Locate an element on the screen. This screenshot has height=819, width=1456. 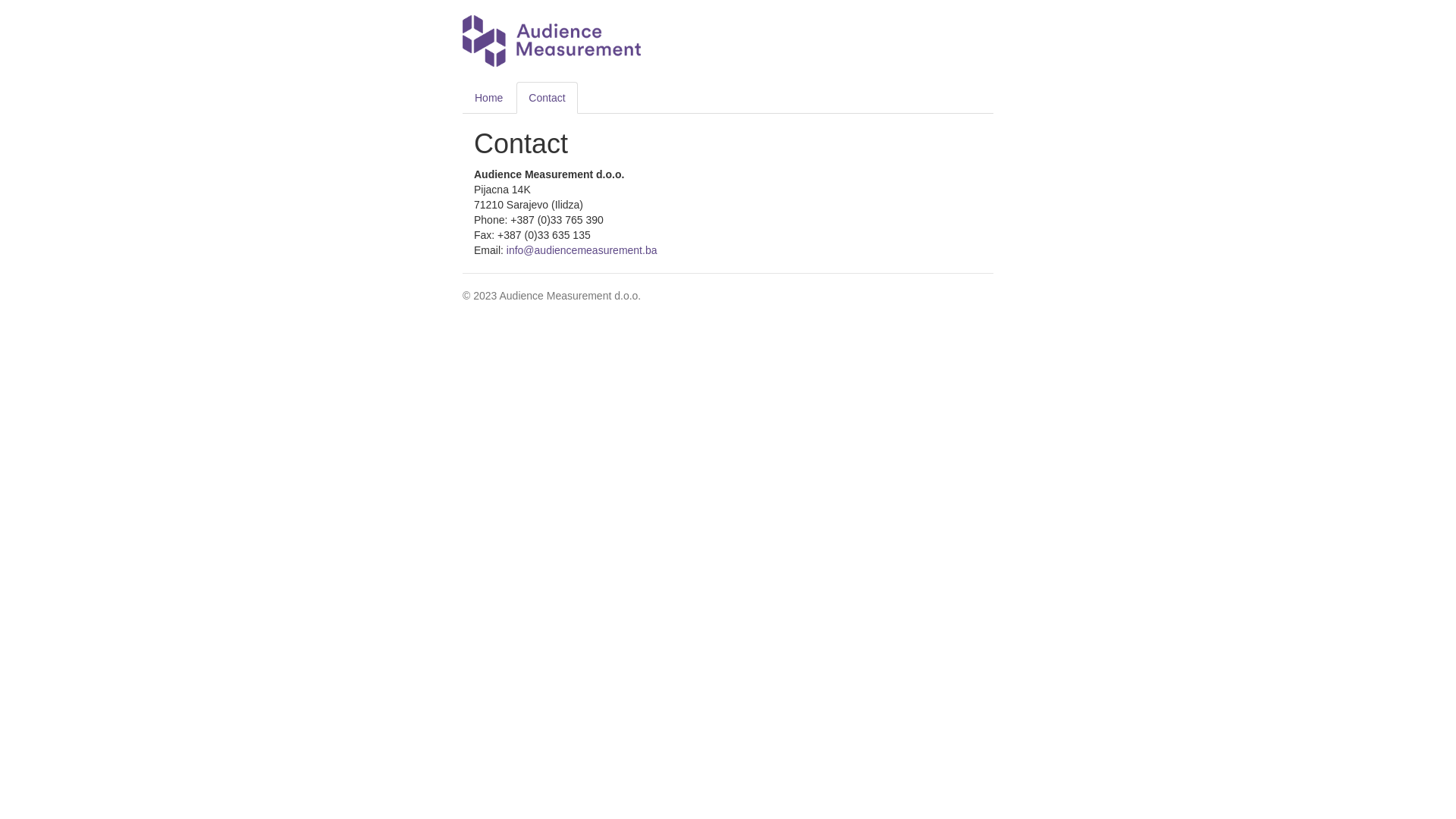
'Contact' is located at coordinates (546, 97).